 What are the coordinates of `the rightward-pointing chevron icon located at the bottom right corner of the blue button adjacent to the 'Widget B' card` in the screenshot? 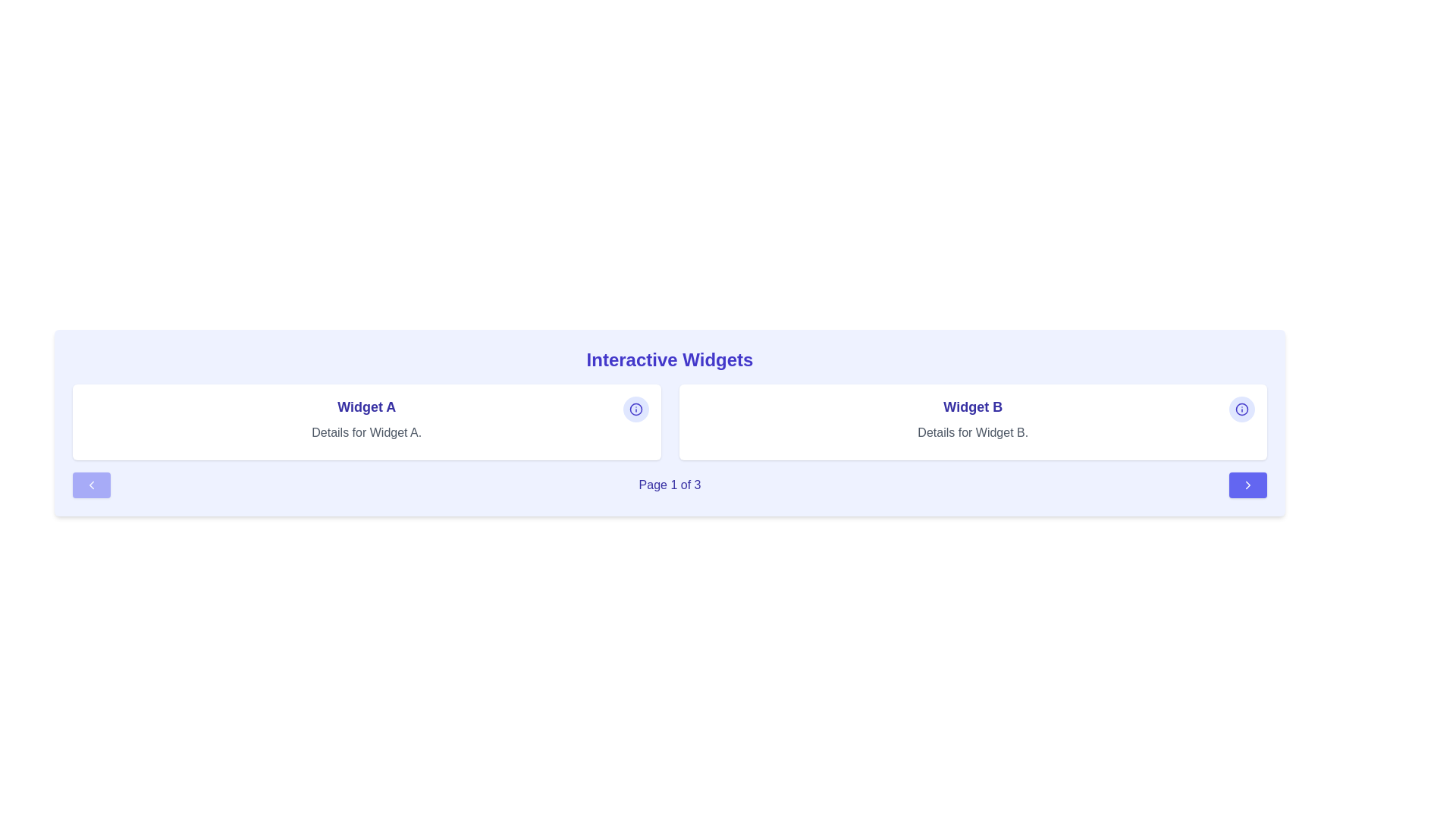 It's located at (1248, 485).